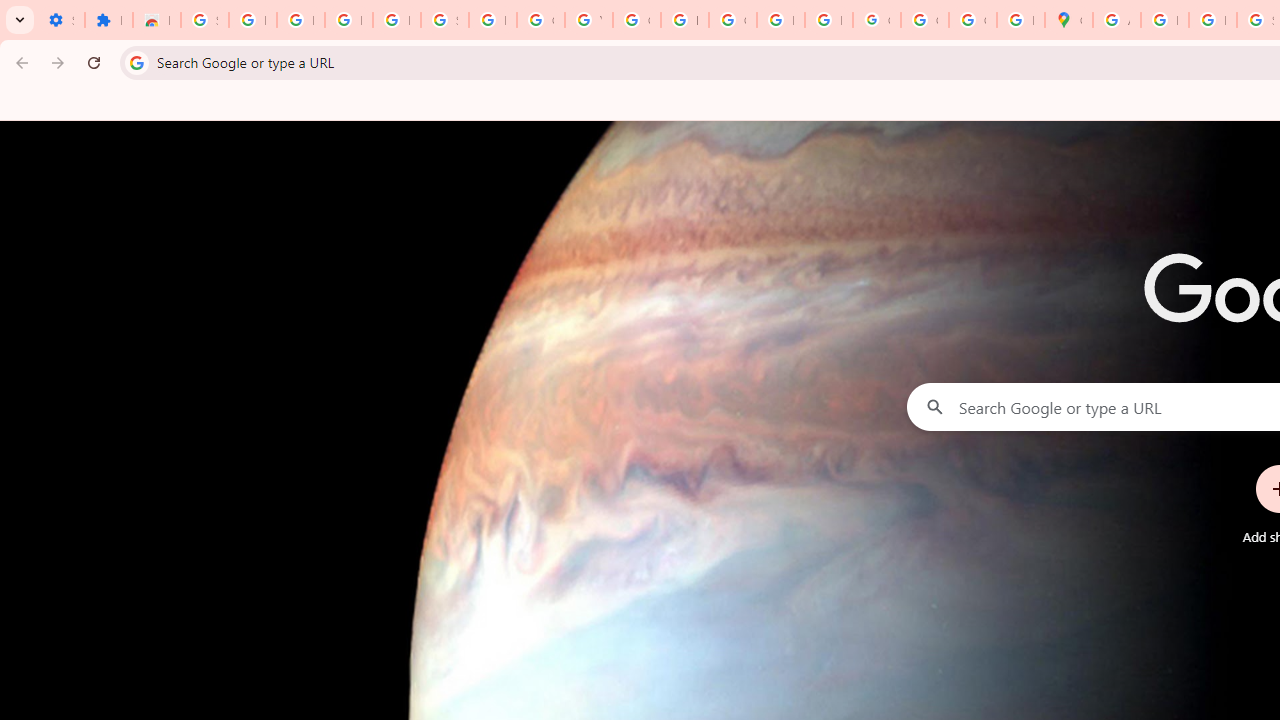 The image size is (1280, 720). I want to click on 'YouTube', so click(587, 20).